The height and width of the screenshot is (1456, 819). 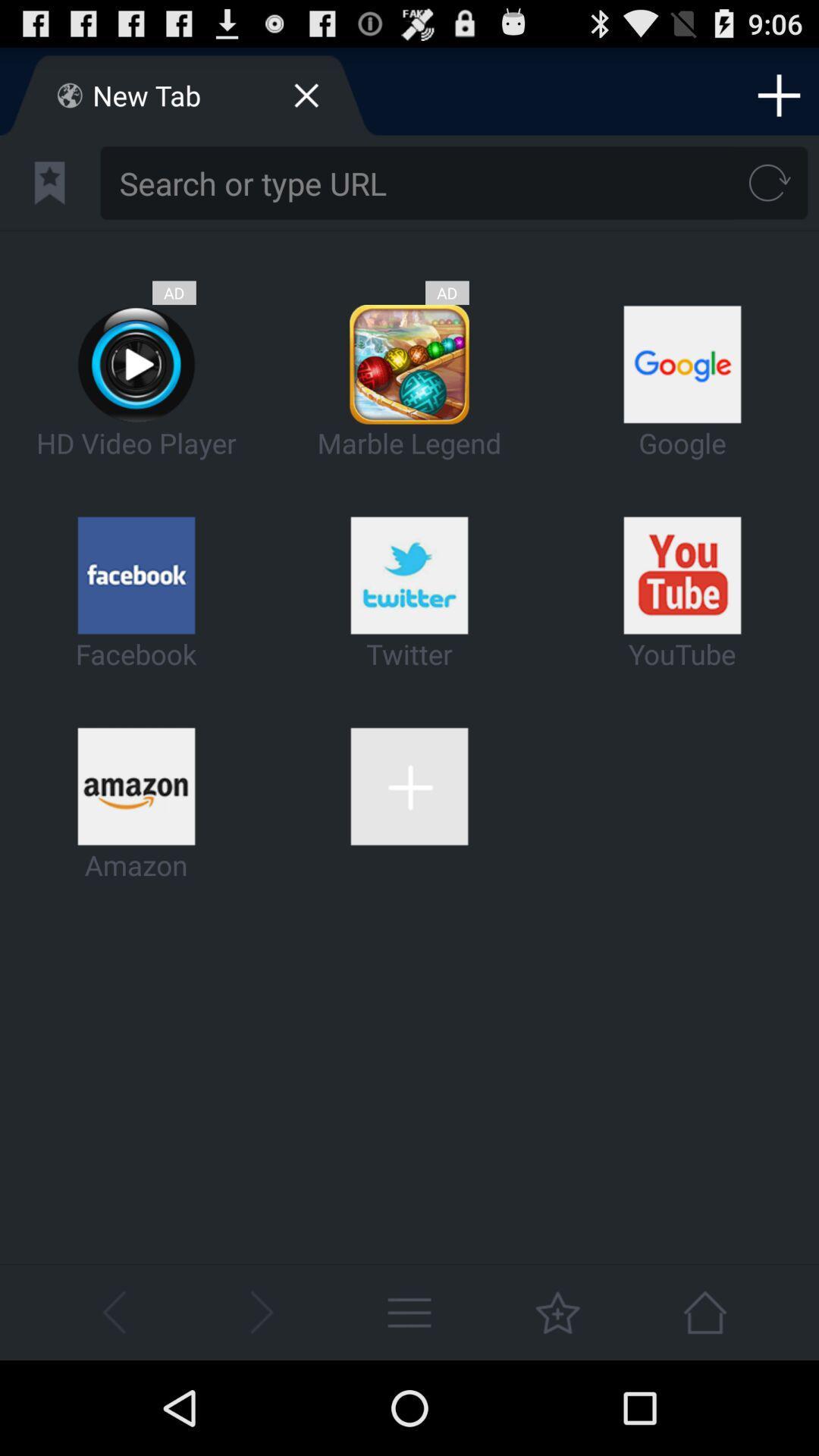 I want to click on the star icon, so click(x=557, y=1404).